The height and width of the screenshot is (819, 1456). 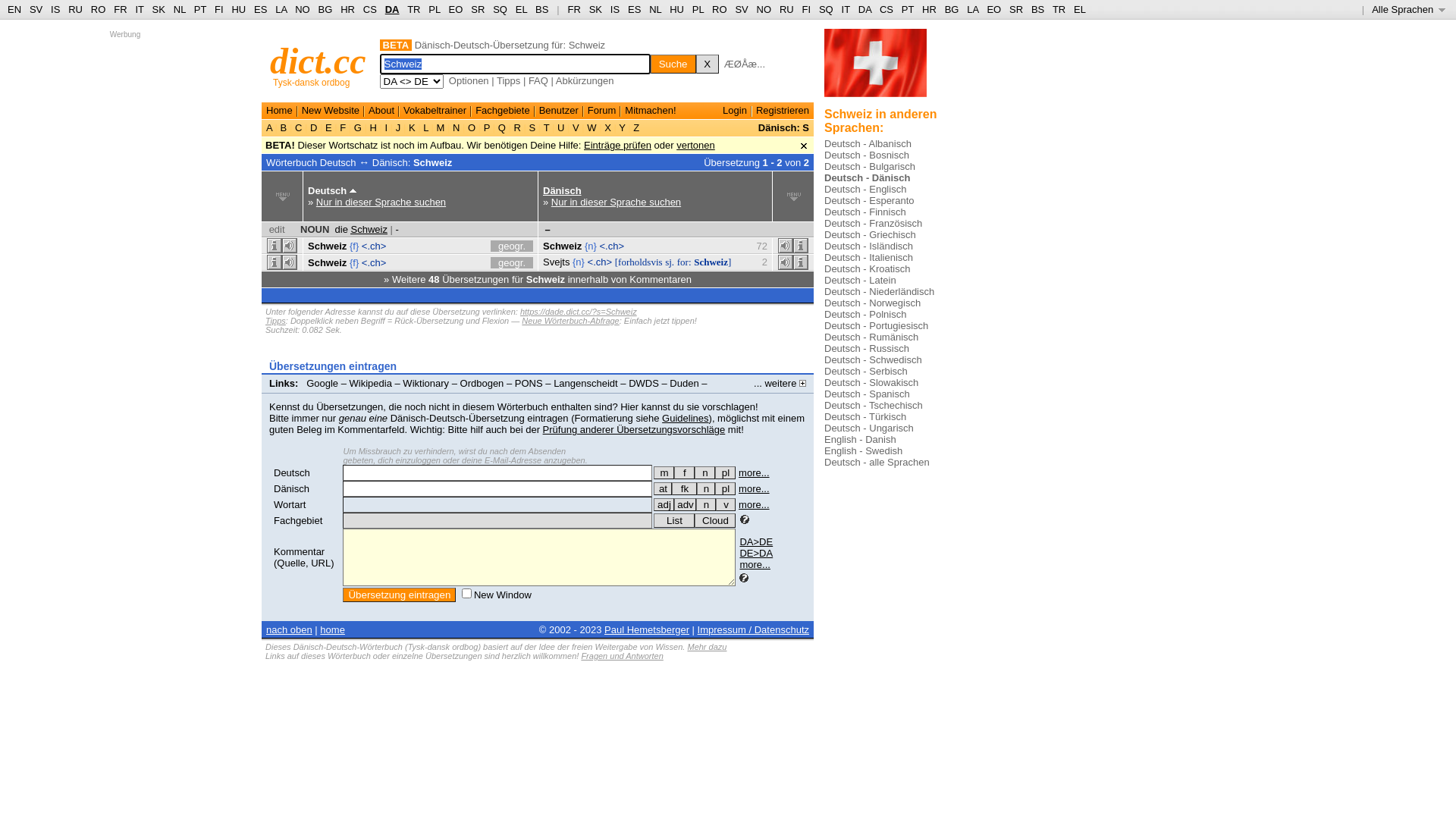 What do you see at coordinates (348, 382) in the screenshot?
I see `'Wikipedia'` at bounding box center [348, 382].